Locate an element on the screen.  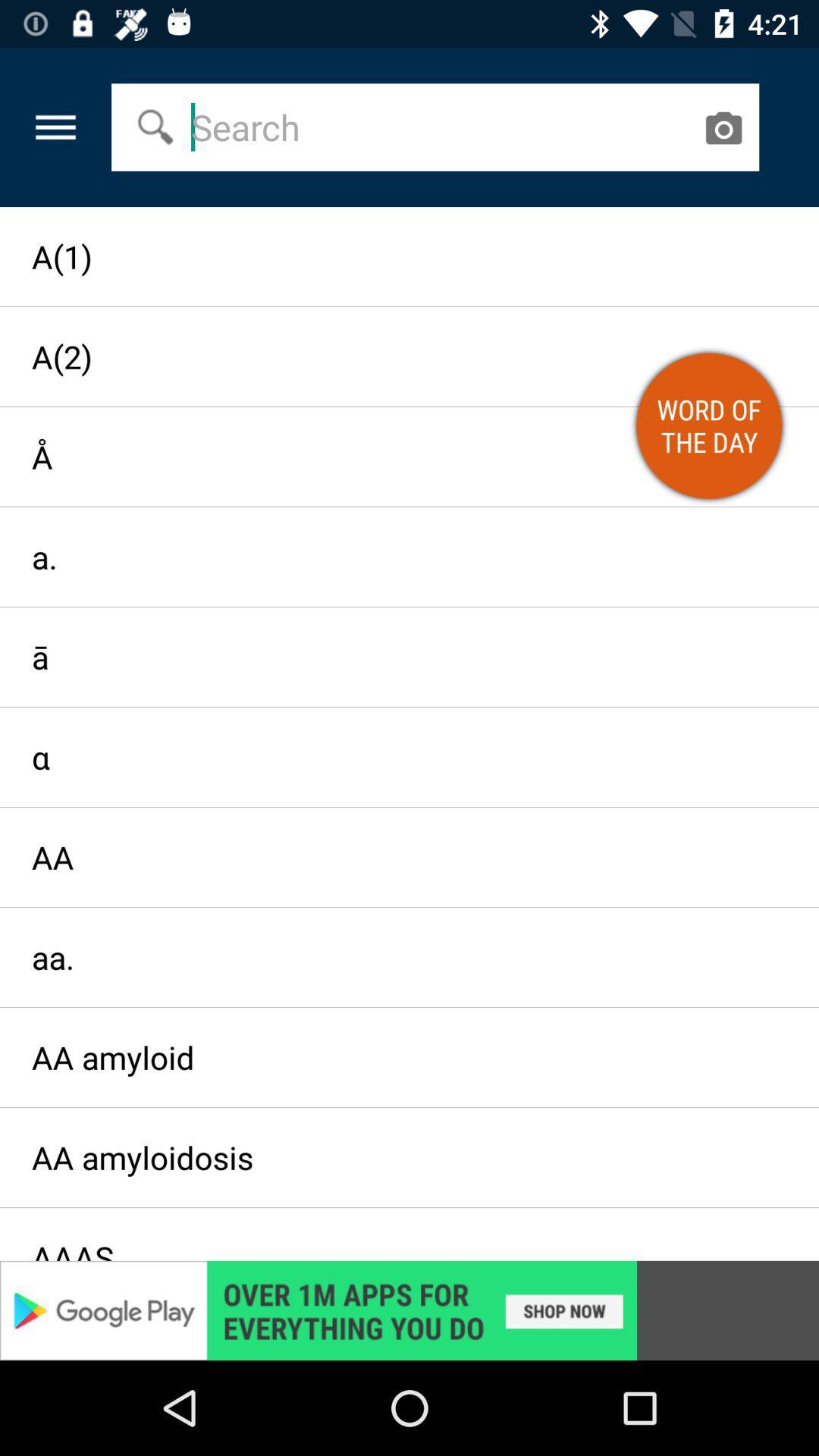
clickable advertisement is located at coordinates (409, 1310).